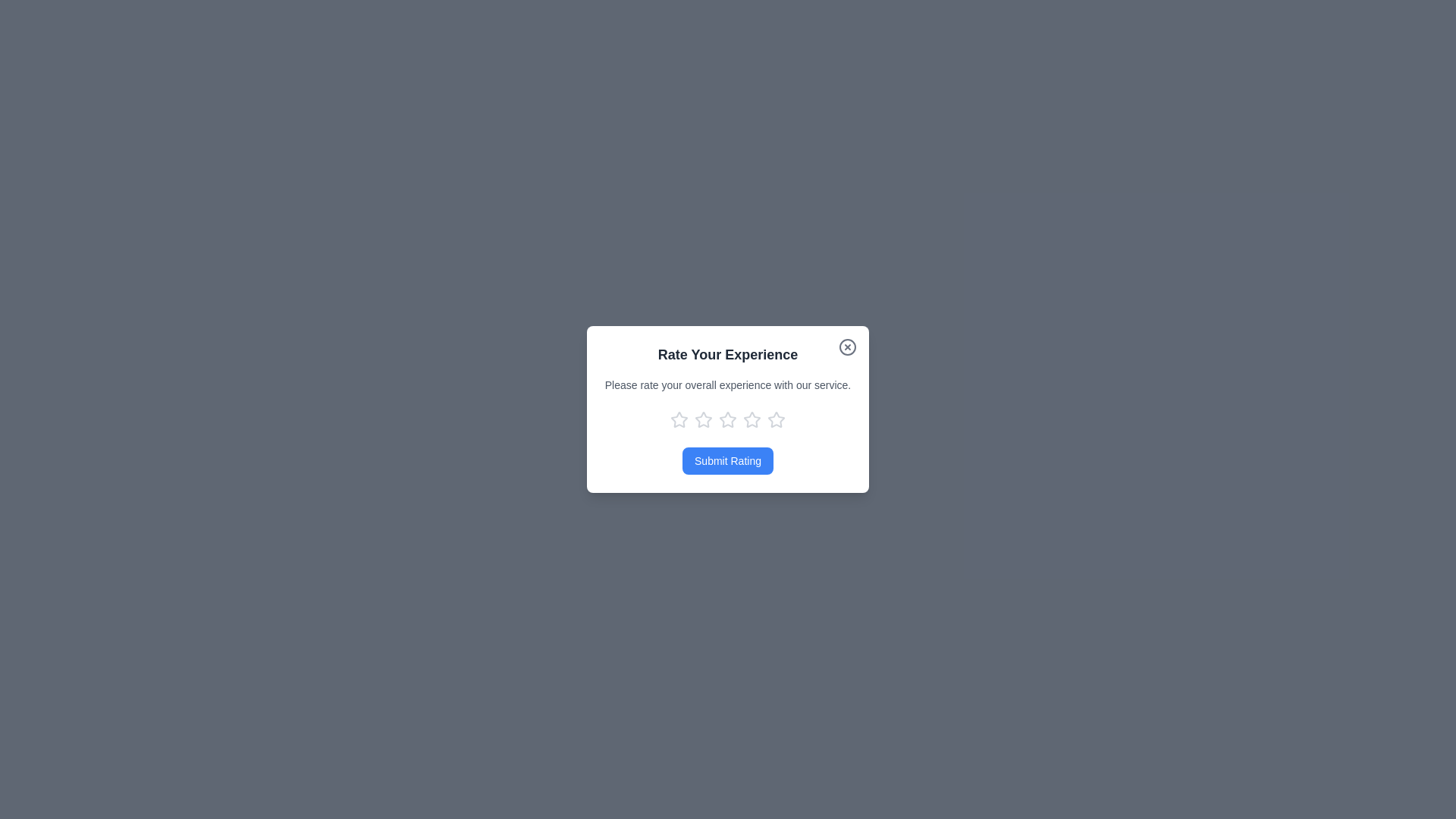  I want to click on the close button to close the dialog, so click(847, 347).